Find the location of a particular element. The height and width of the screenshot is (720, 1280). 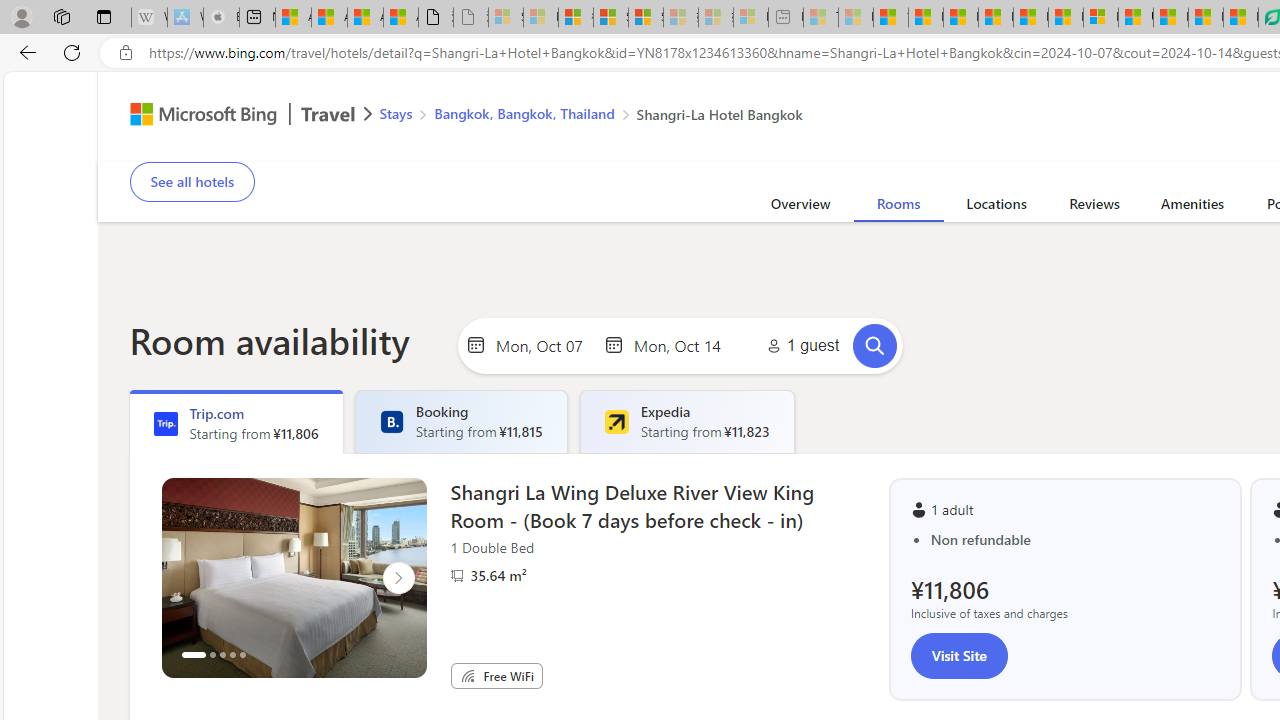

'Booking' is located at coordinates (391, 420).